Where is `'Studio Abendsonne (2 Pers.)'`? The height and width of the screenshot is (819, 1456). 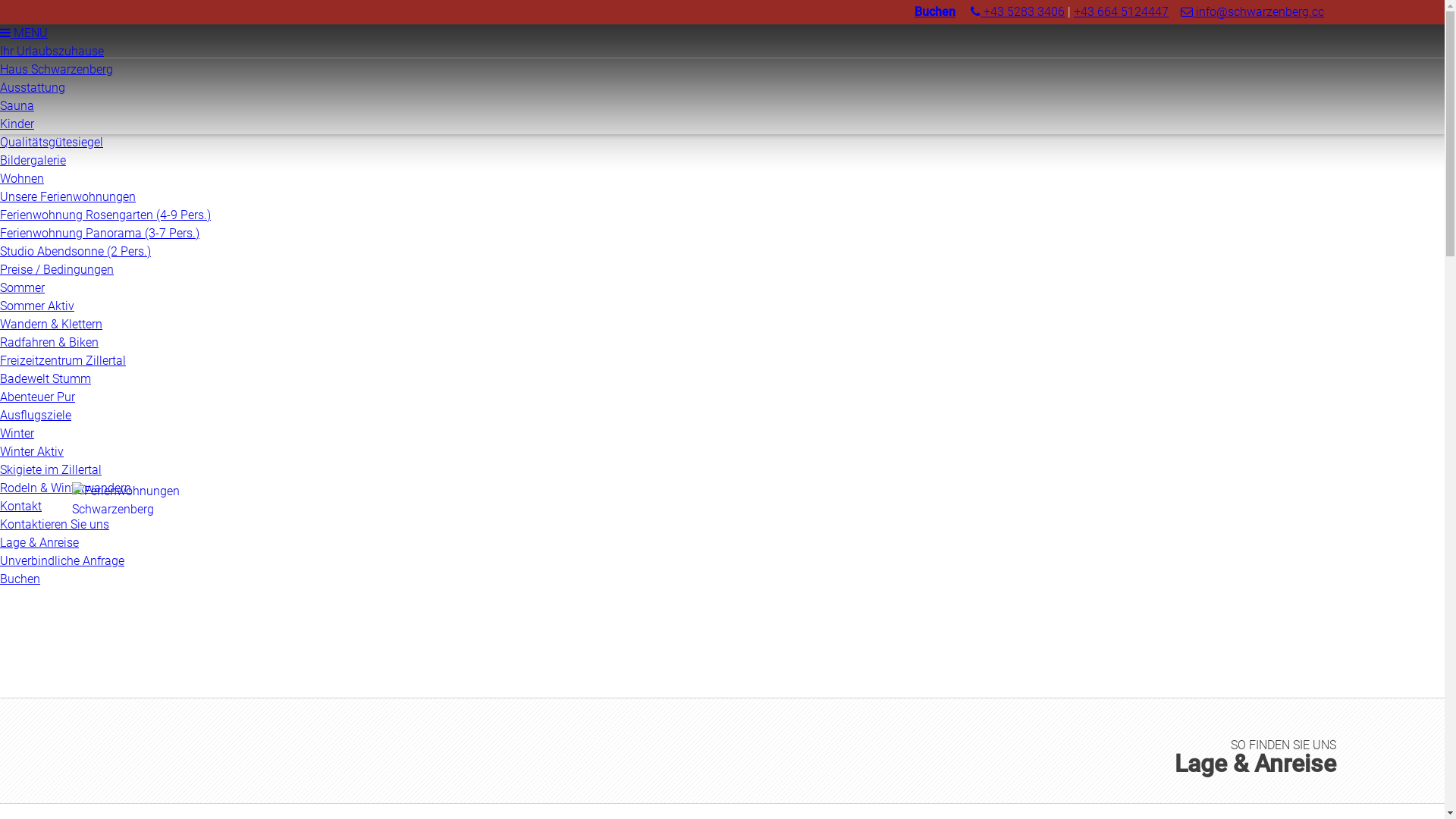 'Studio Abendsonne (2 Pers.)' is located at coordinates (74, 250).